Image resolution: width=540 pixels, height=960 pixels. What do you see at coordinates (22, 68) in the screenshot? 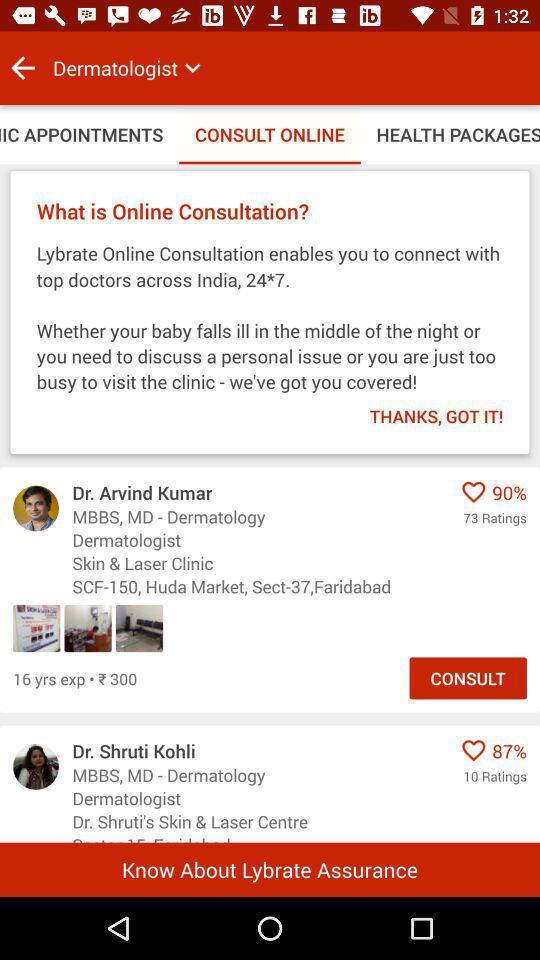
I see `previous screen` at bounding box center [22, 68].